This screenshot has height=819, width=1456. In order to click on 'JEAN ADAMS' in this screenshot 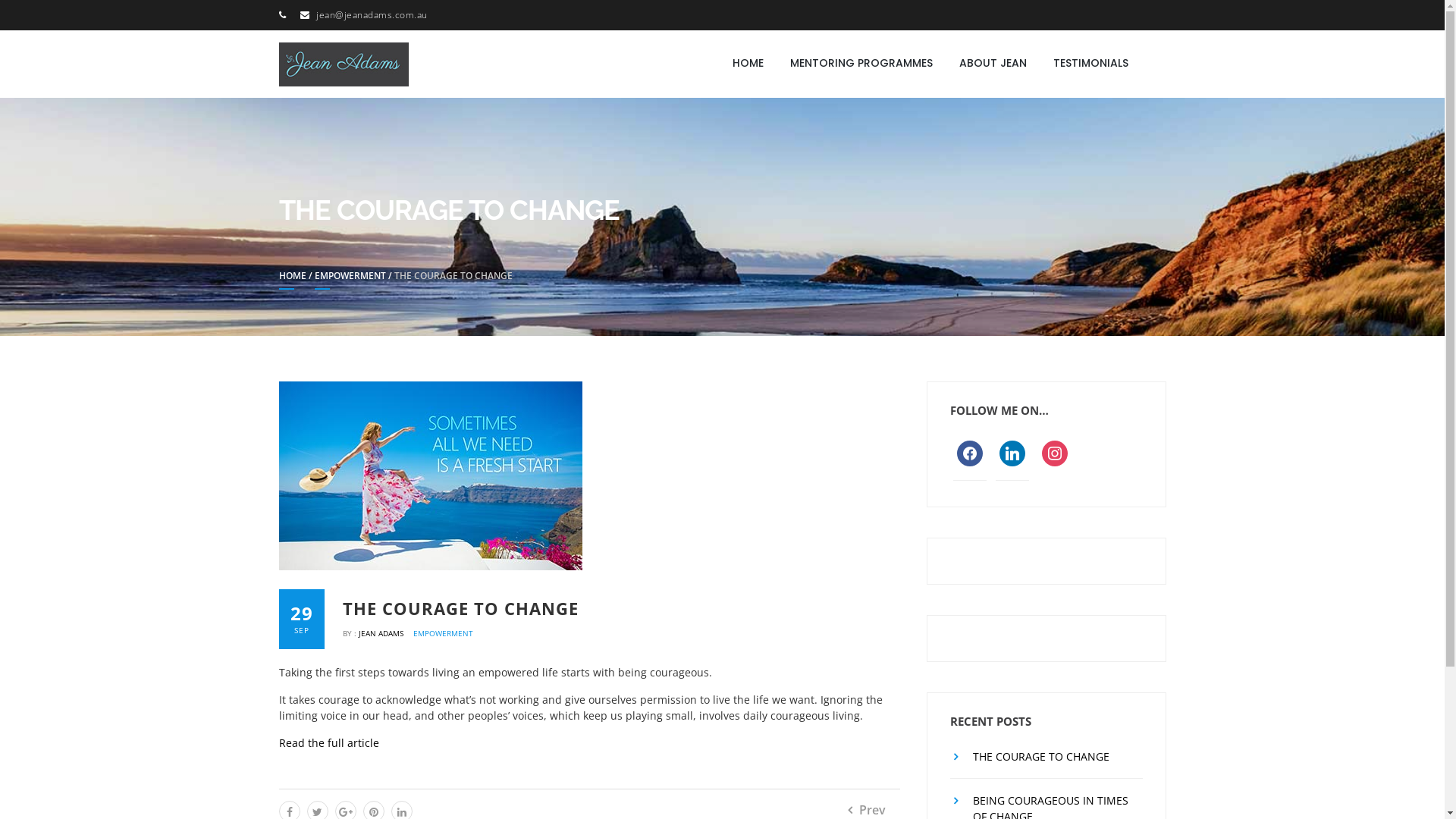, I will do `click(382, 632)`.